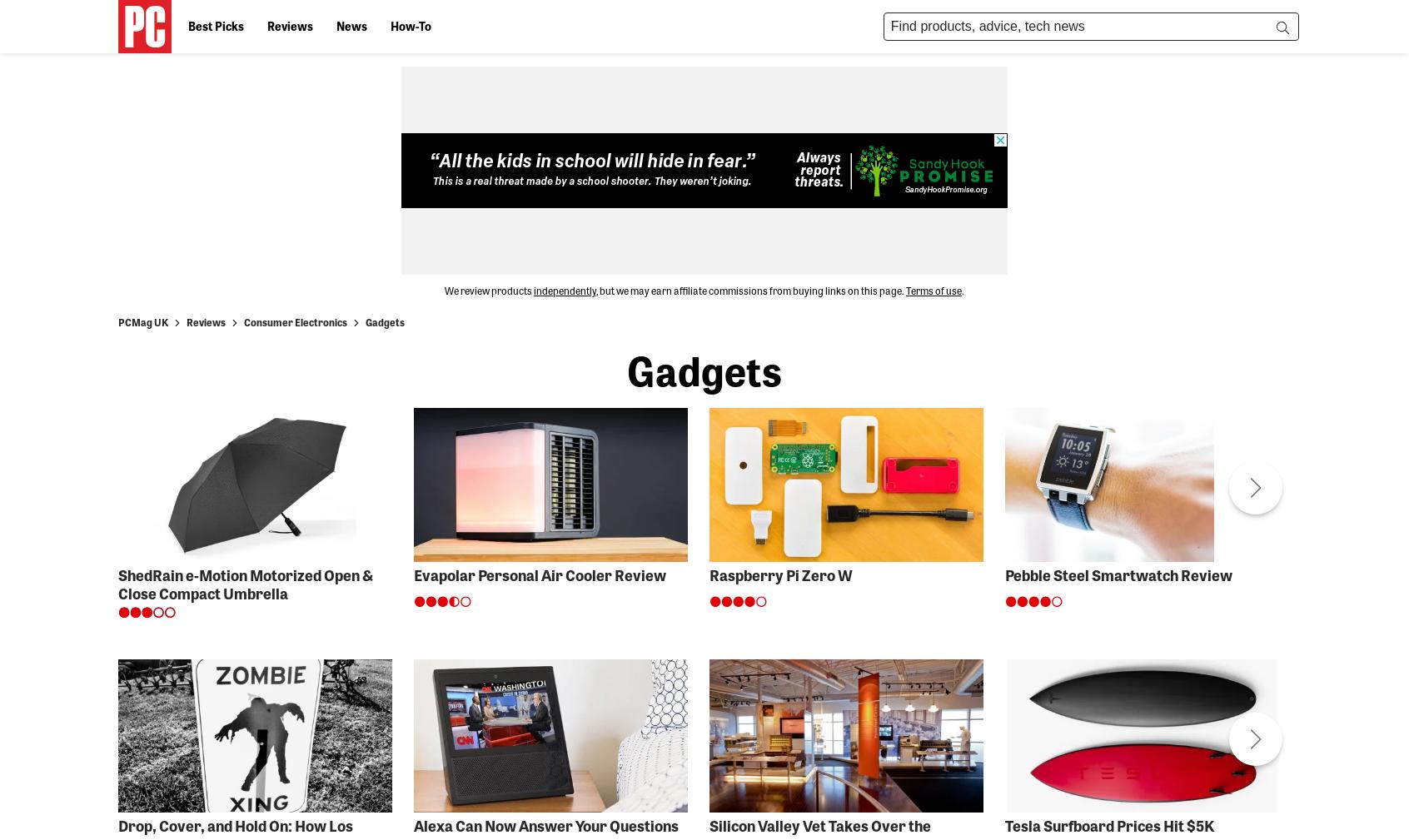 Image resolution: width=1409 pixels, height=840 pixels. Describe the element at coordinates (351, 24) in the screenshot. I see `'News'` at that location.